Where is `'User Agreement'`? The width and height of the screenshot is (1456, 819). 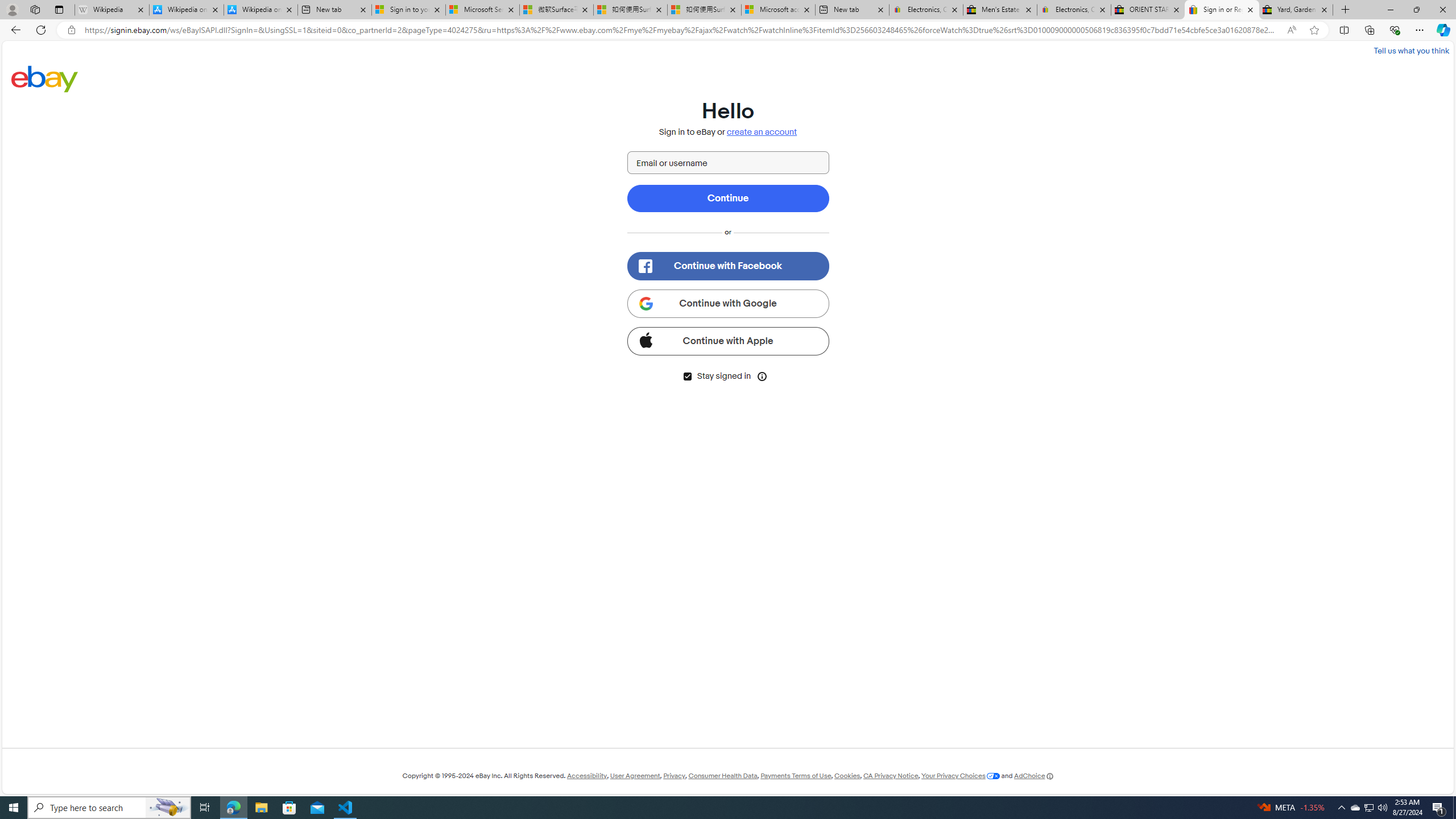 'User Agreement' is located at coordinates (635, 775).